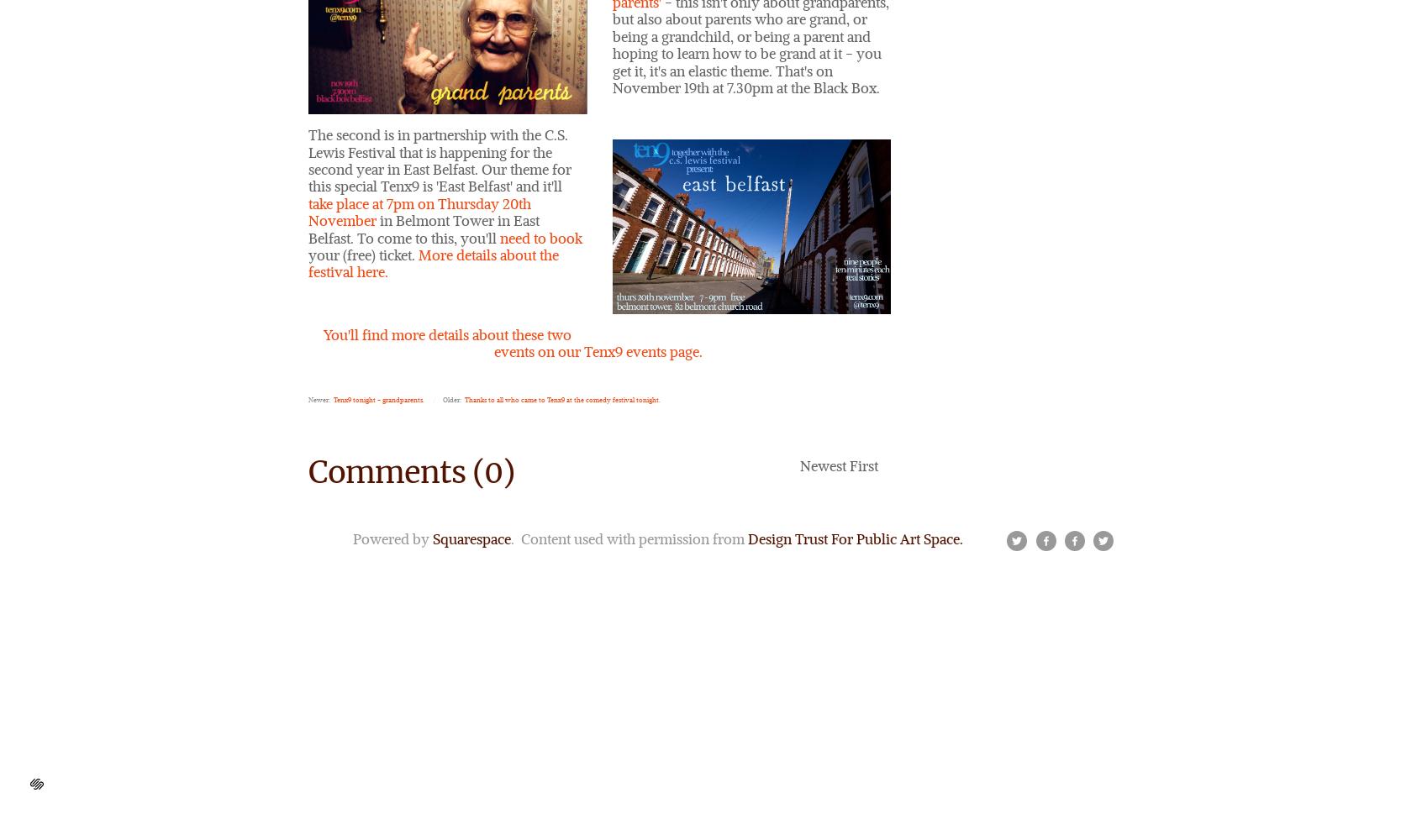 The height and width of the screenshot is (840, 1422). Describe the element at coordinates (452, 398) in the screenshot. I see `'Older:'` at that location.